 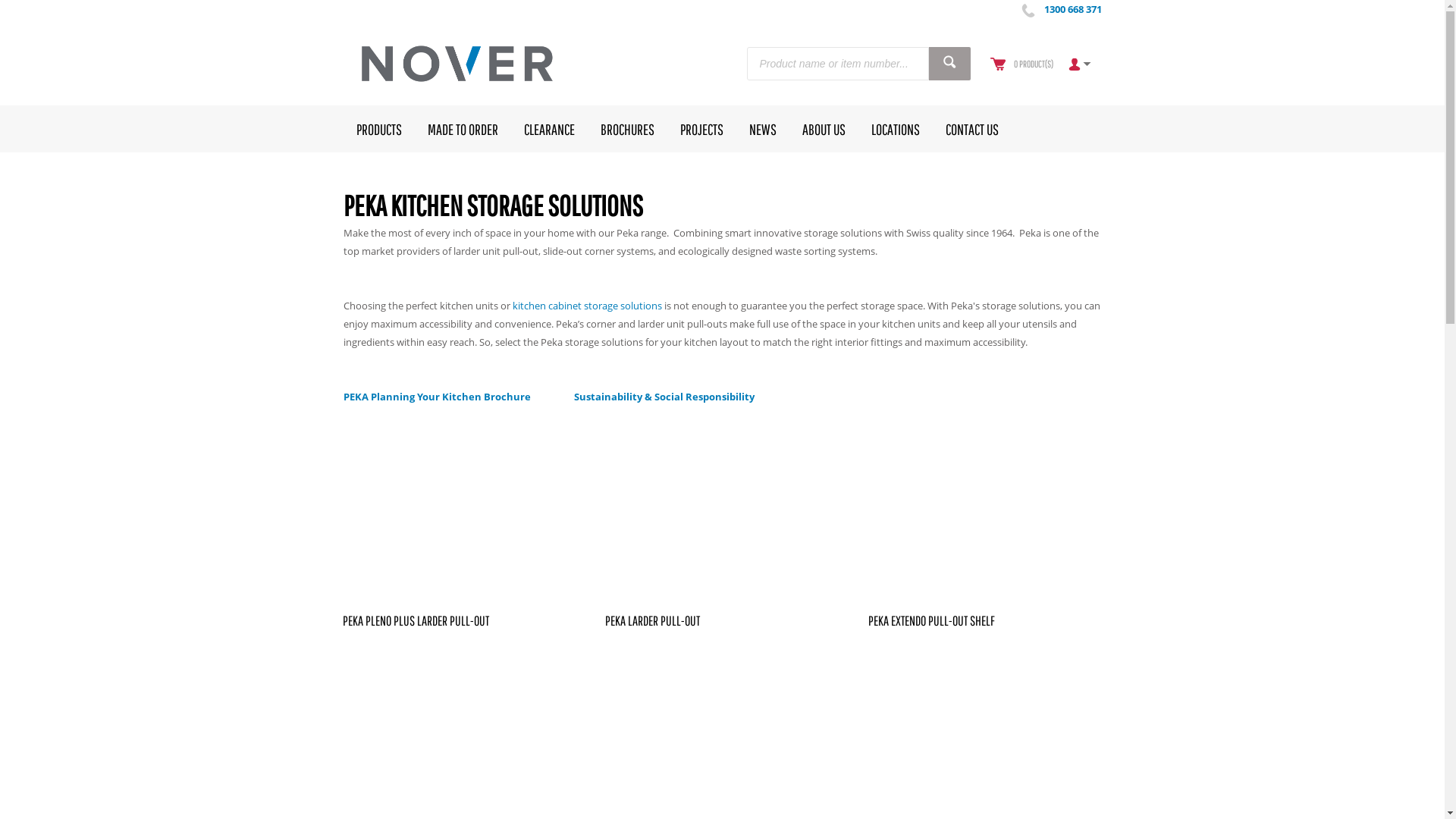 I want to click on 'ABOUT US', so click(x=822, y=127).